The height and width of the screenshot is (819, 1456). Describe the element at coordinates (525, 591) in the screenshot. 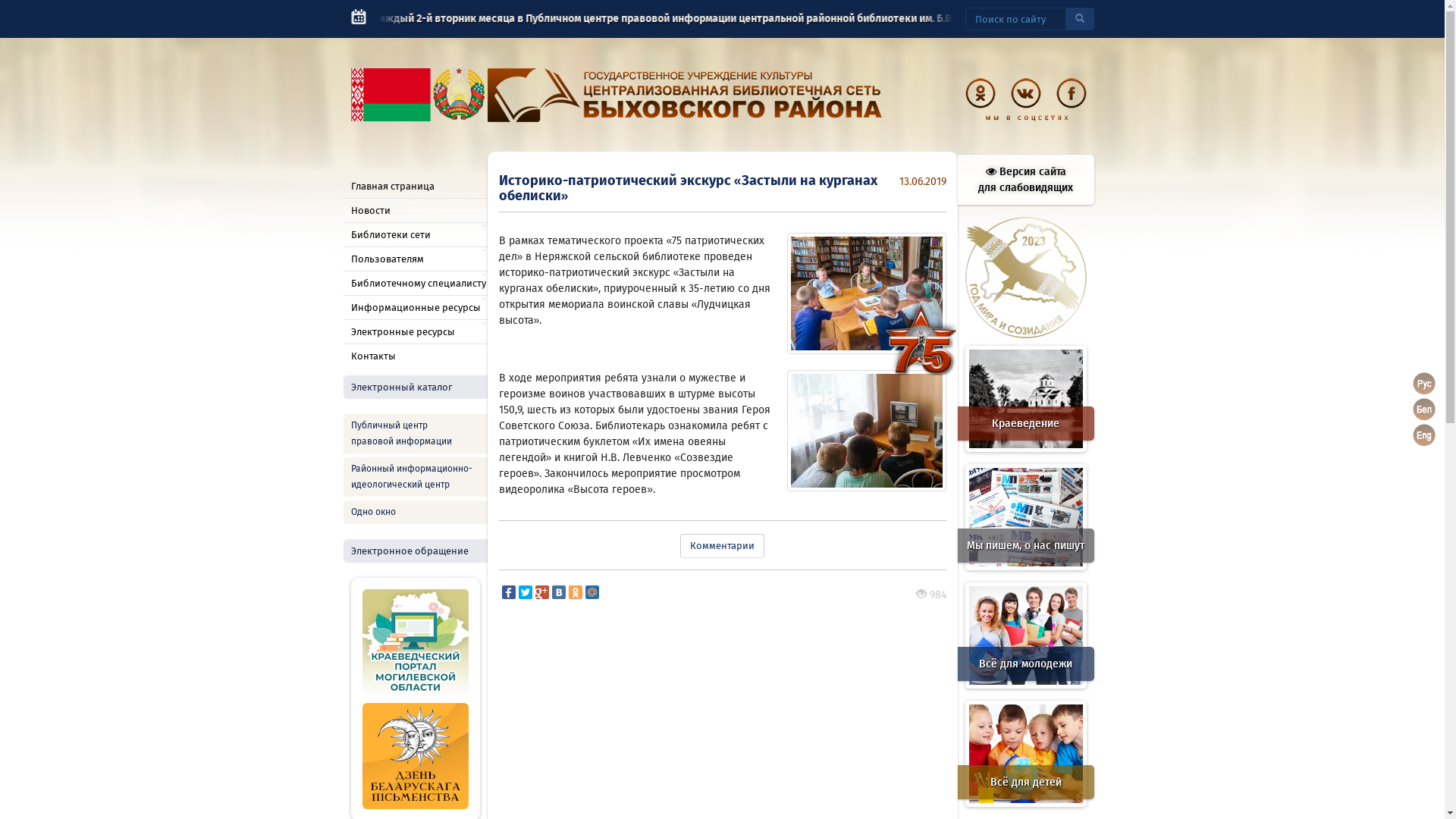

I see `'Twitter'` at that location.